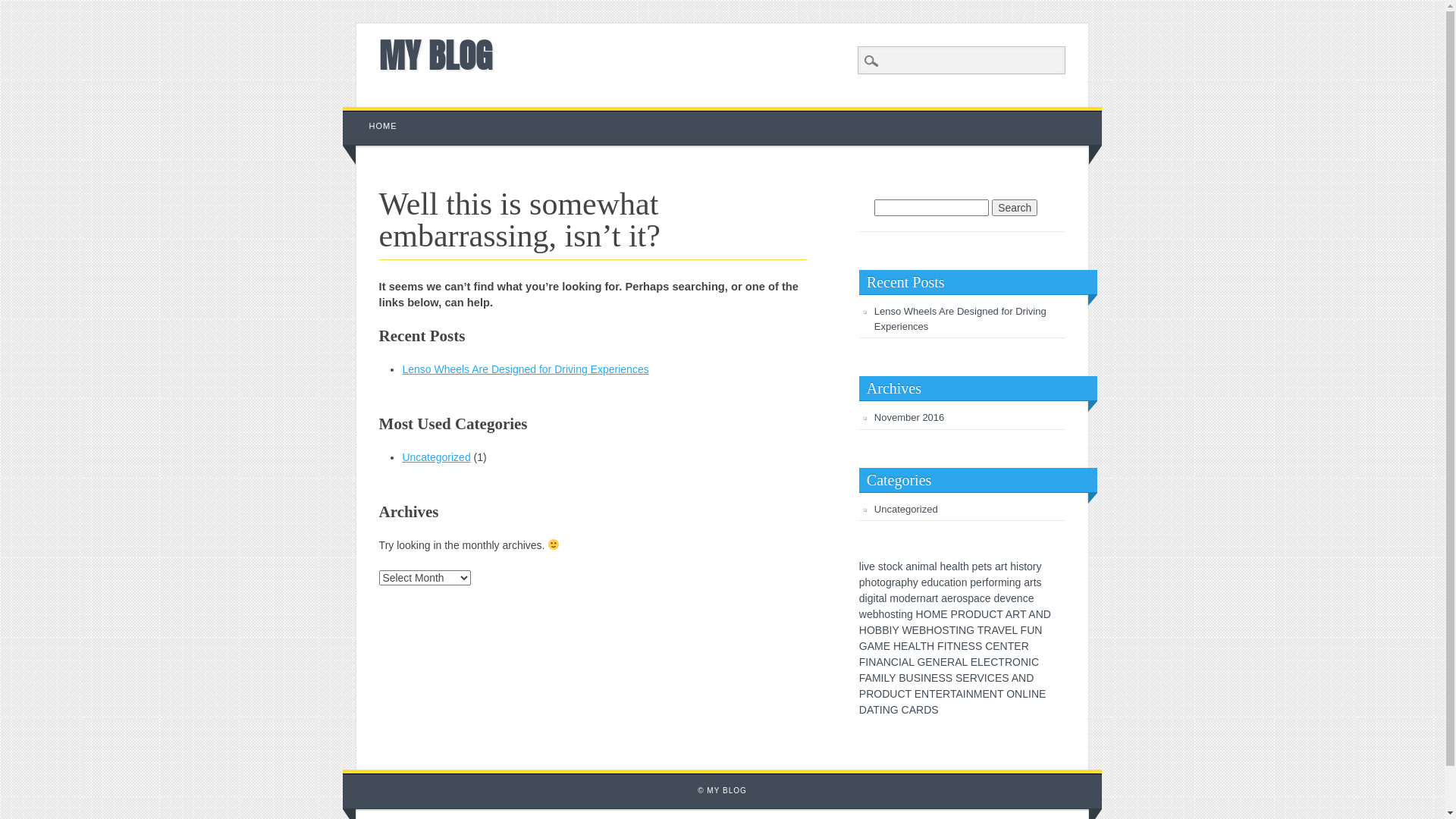 The height and width of the screenshot is (819, 1456). Describe the element at coordinates (877, 677) in the screenshot. I see `'M'` at that location.